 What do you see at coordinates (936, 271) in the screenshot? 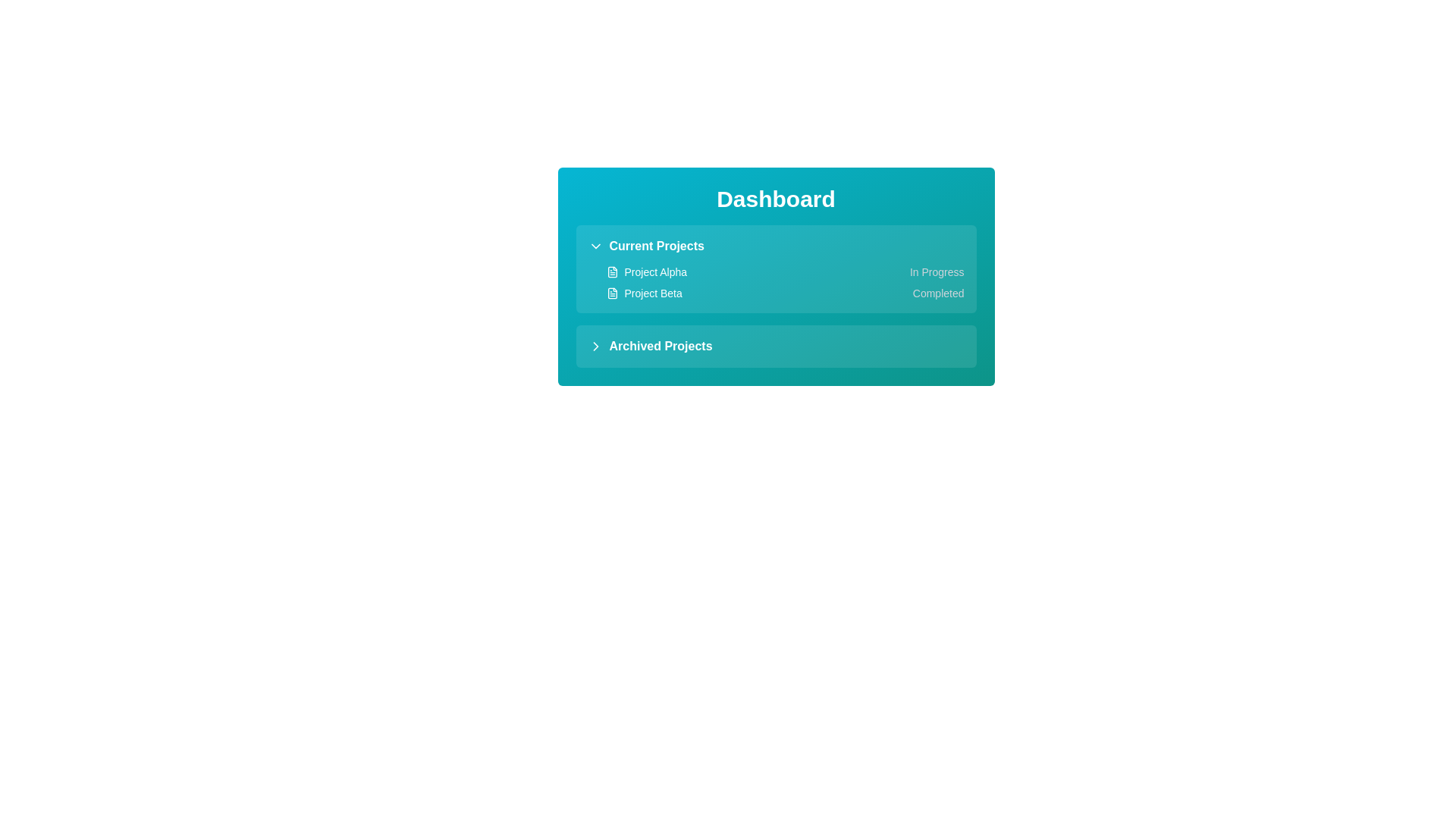
I see `the static text label indicating the status of 'Project Alpha', which is located in the top-right corner of the 'Current Projects' section` at bounding box center [936, 271].